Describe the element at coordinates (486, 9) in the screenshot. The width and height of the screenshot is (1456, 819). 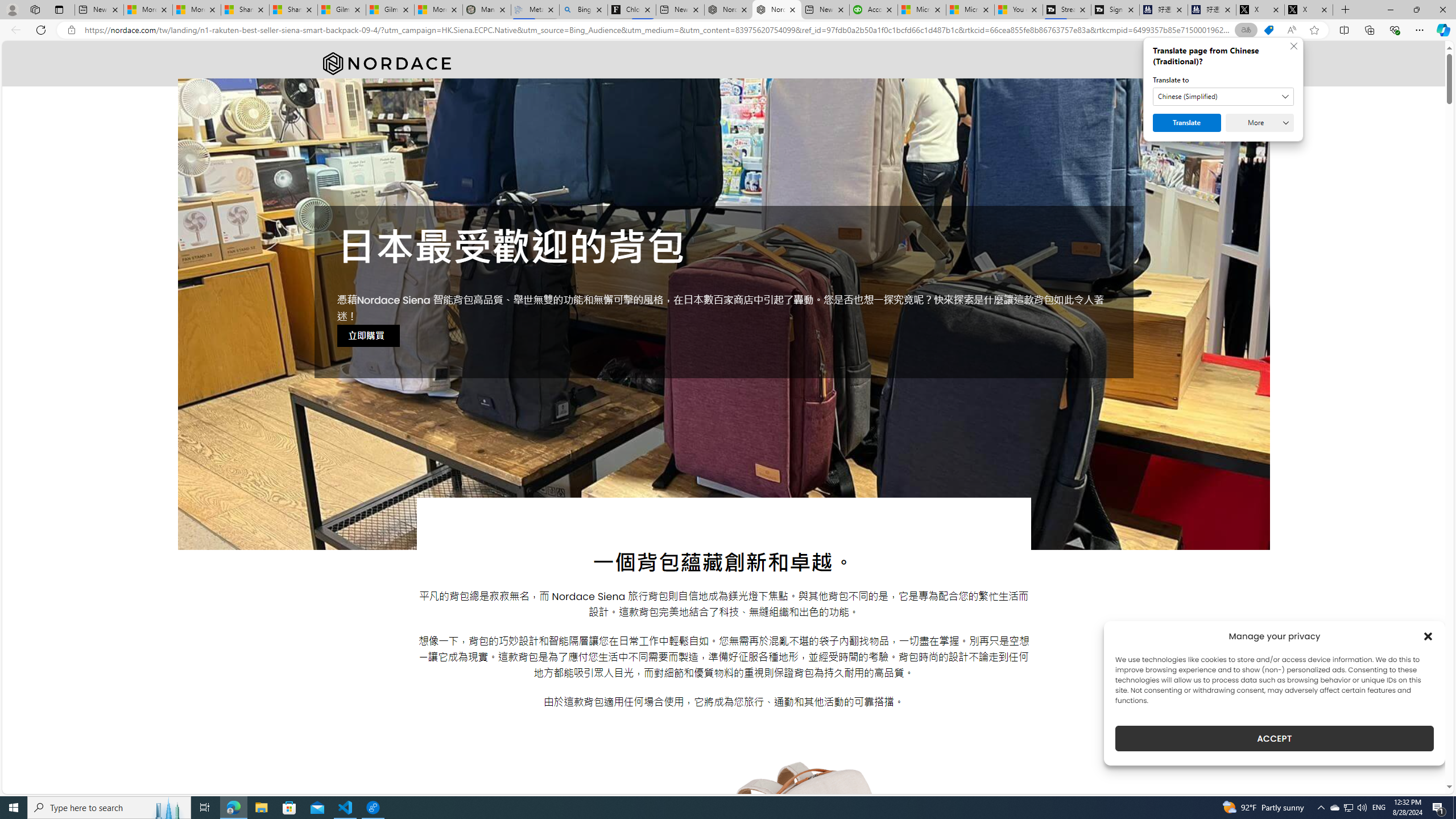
I see `'Manatee Mortality Statistics | FWC'` at that location.